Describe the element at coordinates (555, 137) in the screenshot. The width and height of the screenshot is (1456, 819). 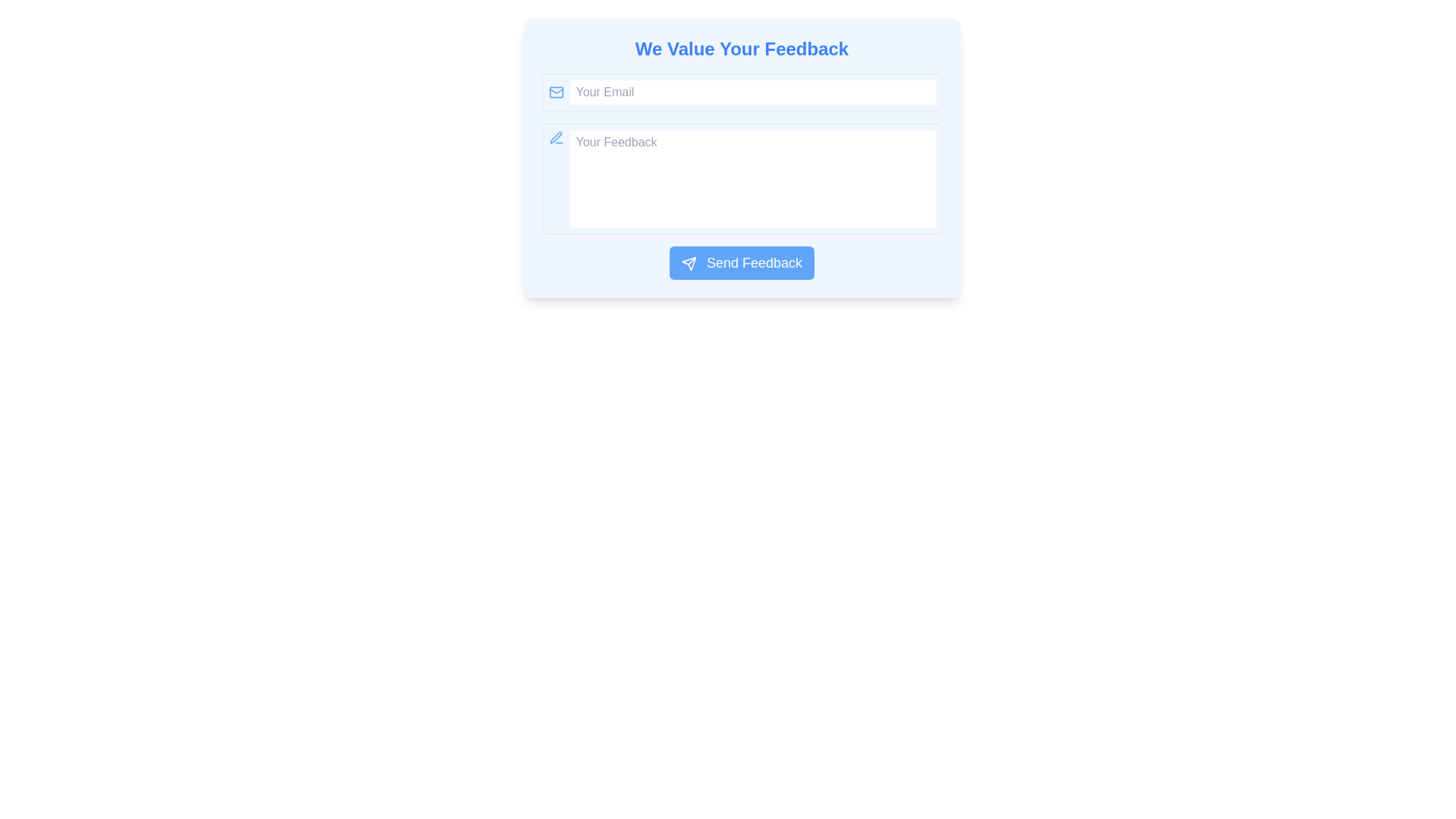
I see `the decorative or indicative icon located immediately to the left of the 'Your Feedback' text box in the feedback input section` at that location.